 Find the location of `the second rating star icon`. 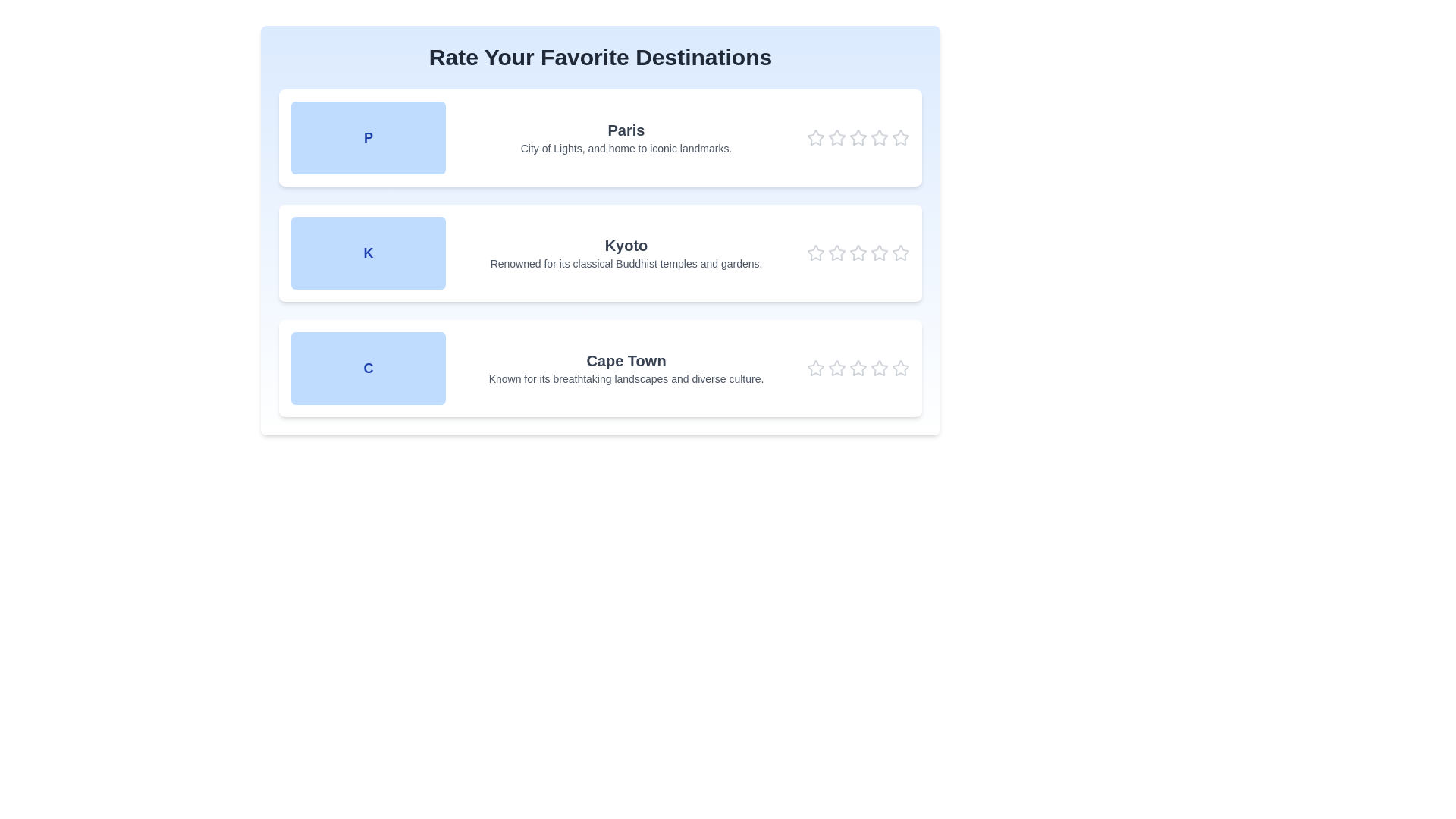

the second rating star icon is located at coordinates (858, 251).